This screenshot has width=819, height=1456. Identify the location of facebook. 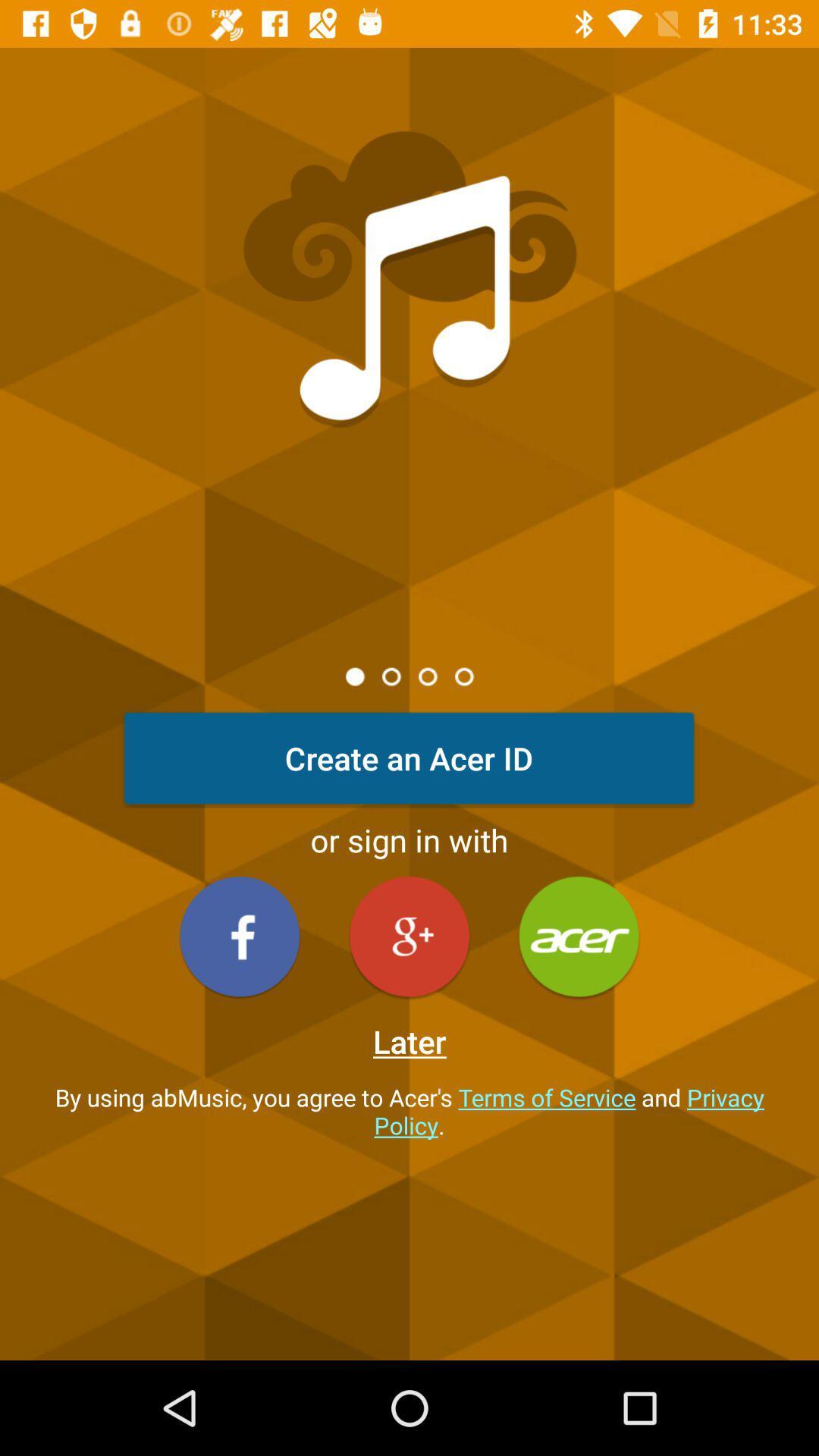
(239, 936).